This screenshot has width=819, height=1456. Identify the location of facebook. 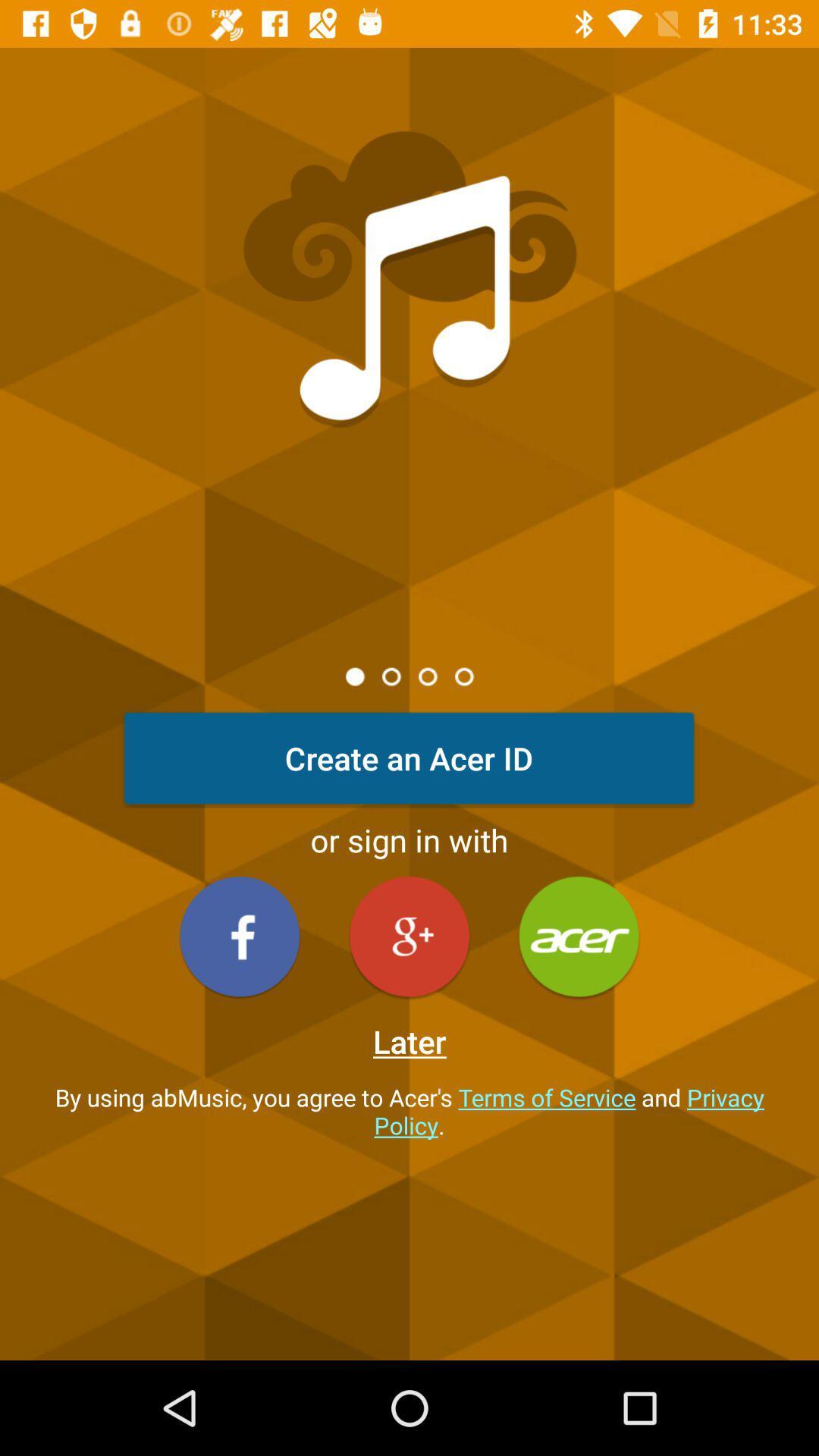
(239, 936).